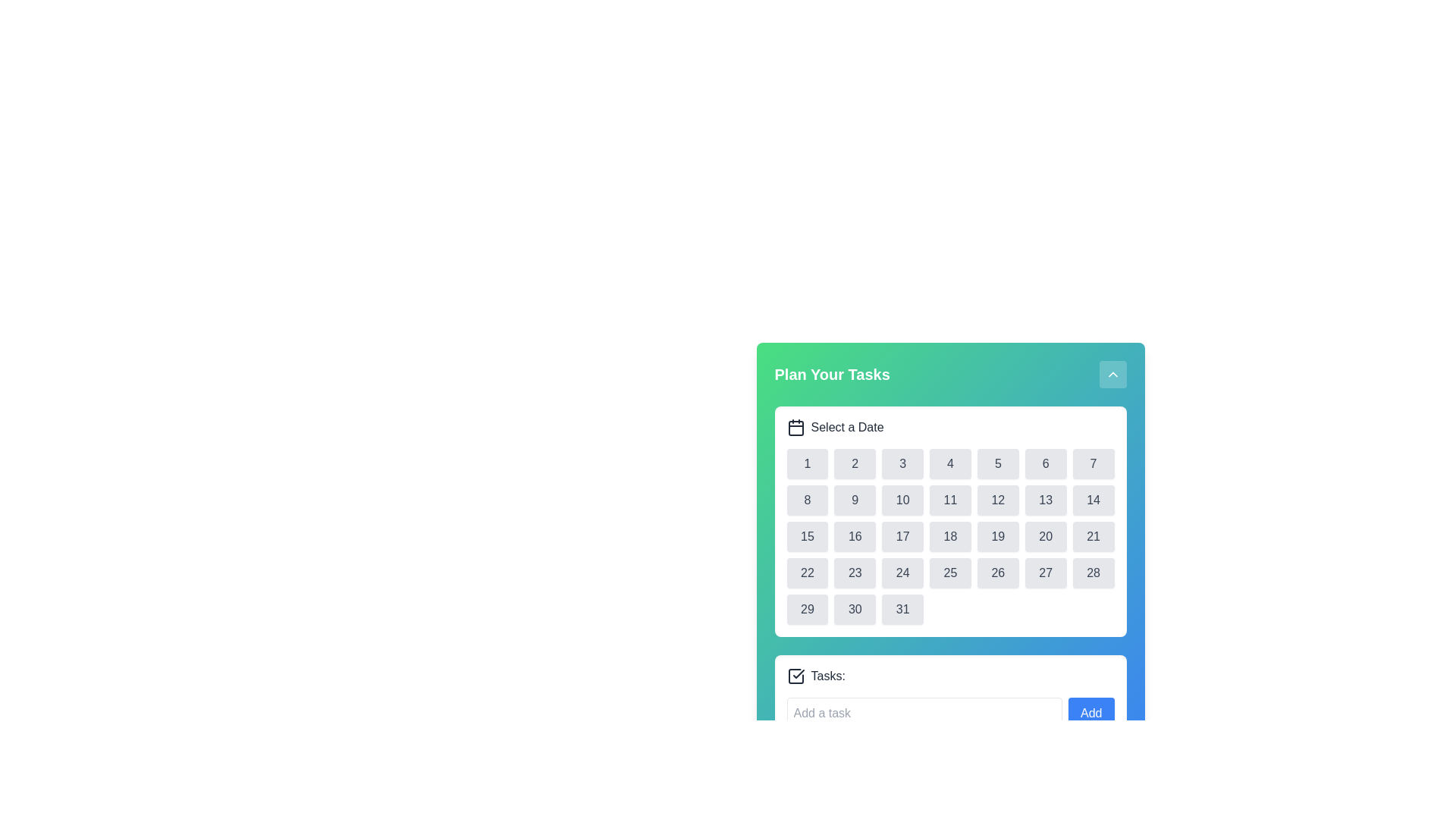  I want to click on the rounded rectangle shape within the calendar icon located to the left of the heading 'Select a Date', so click(795, 428).